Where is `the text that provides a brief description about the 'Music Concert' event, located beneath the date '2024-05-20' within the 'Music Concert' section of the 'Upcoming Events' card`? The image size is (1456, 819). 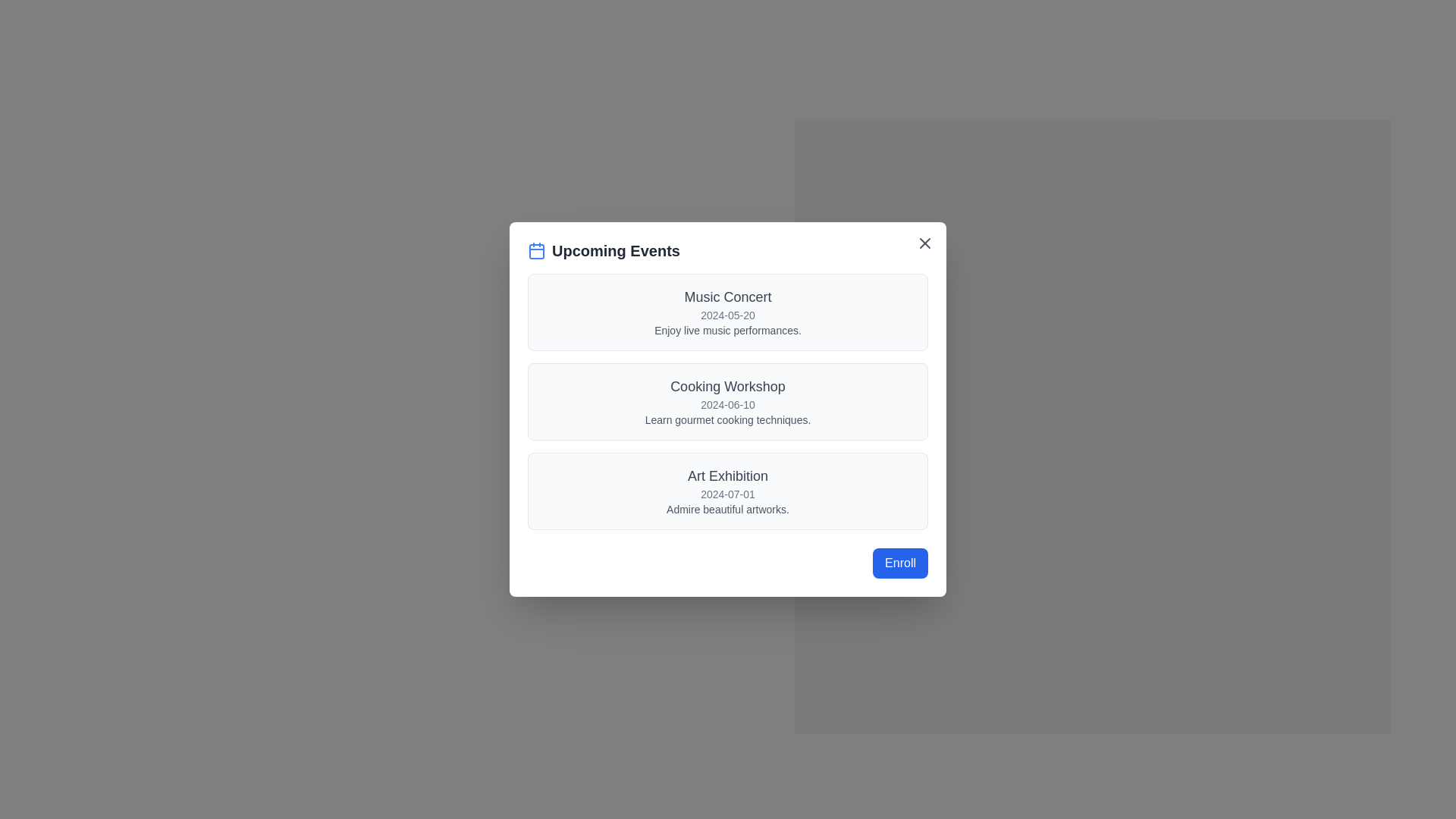 the text that provides a brief description about the 'Music Concert' event, located beneath the date '2024-05-20' within the 'Music Concert' section of the 'Upcoming Events' card is located at coordinates (728, 329).